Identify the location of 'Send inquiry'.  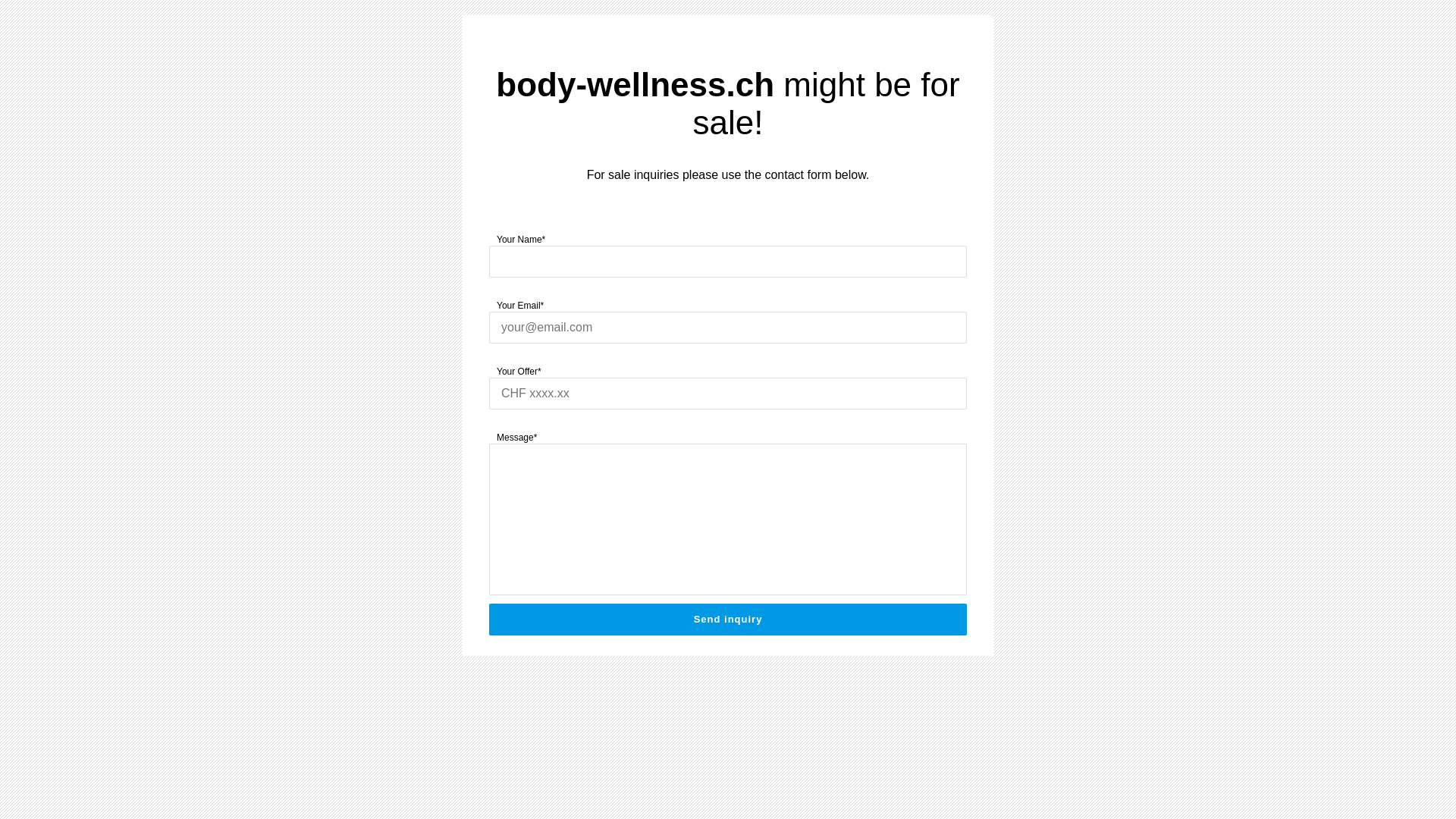
(728, 620).